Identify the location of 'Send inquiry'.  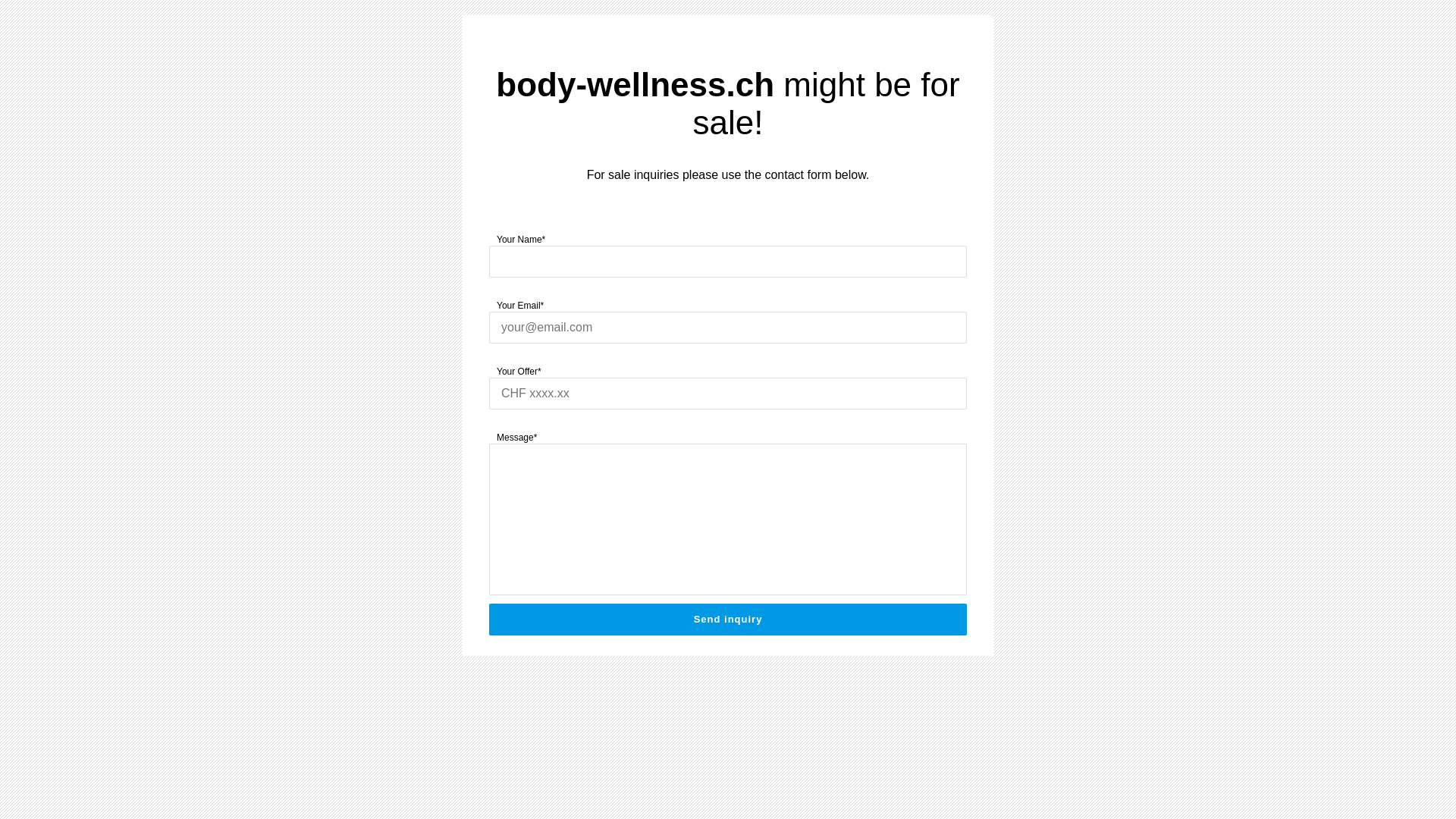
(728, 620).